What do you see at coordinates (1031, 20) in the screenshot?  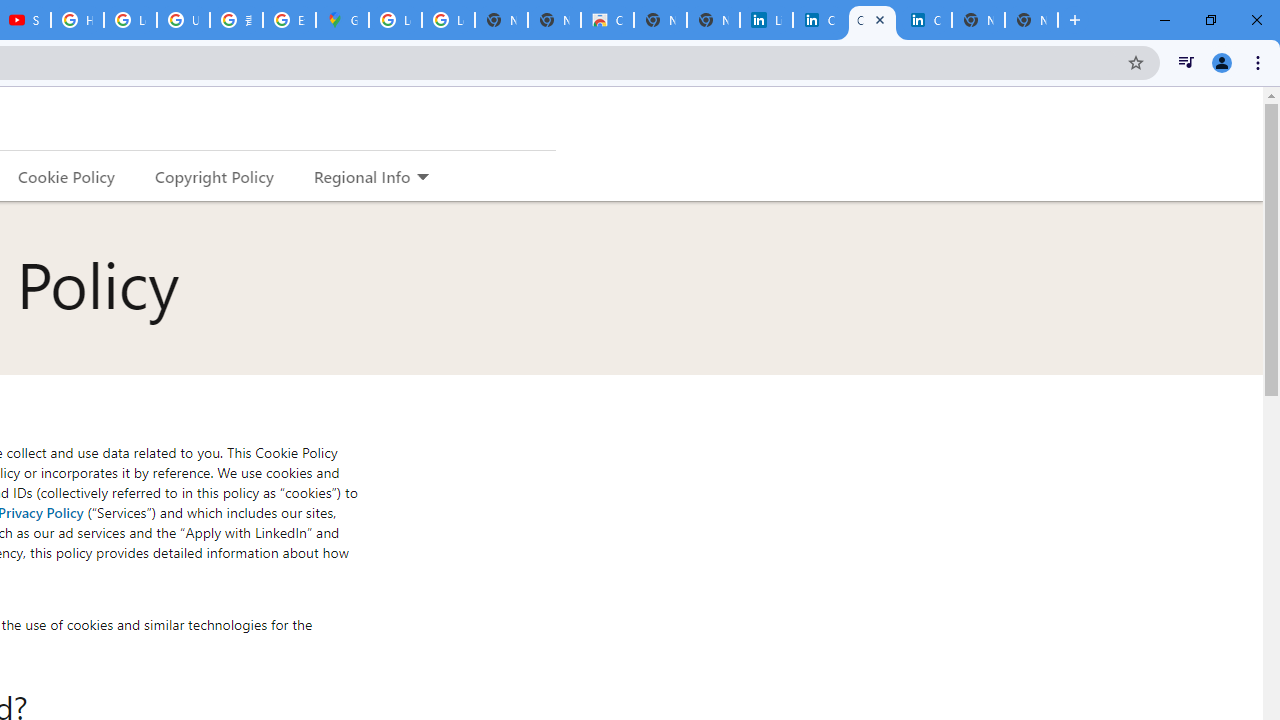 I see `'New Tab'` at bounding box center [1031, 20].